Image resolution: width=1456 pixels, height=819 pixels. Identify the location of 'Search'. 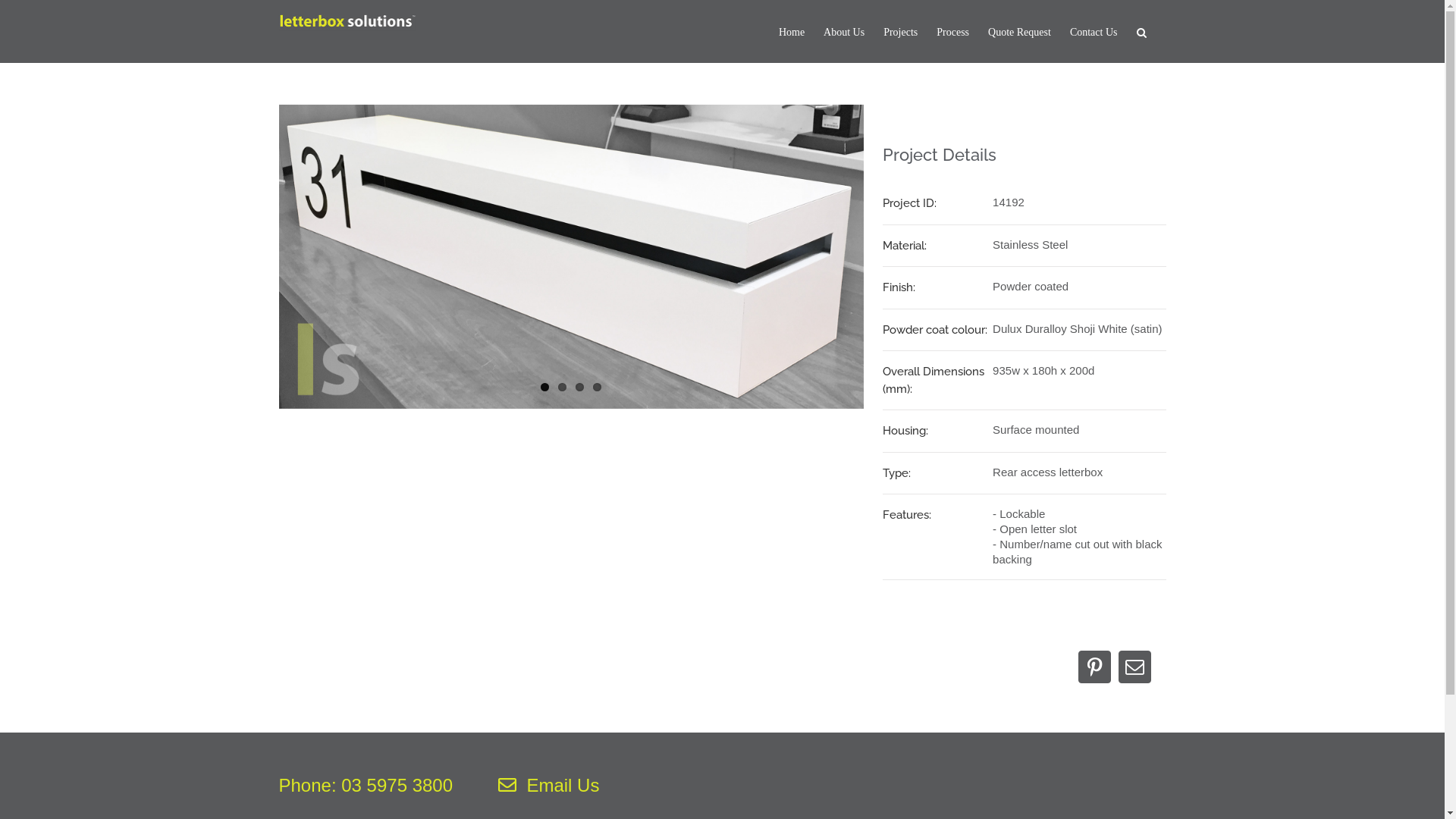
(1141, 31).